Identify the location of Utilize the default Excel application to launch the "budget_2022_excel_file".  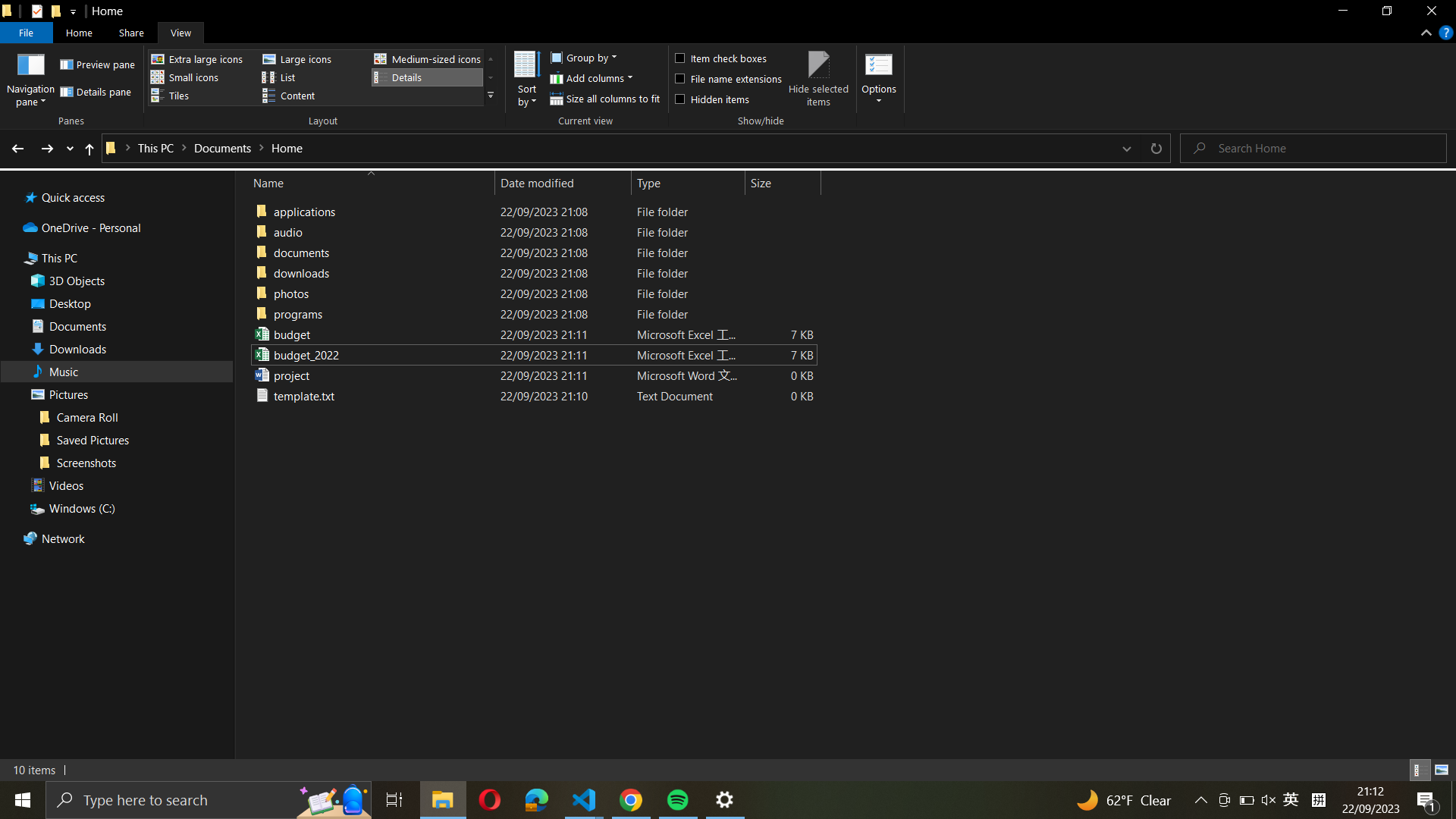
(531, 354).